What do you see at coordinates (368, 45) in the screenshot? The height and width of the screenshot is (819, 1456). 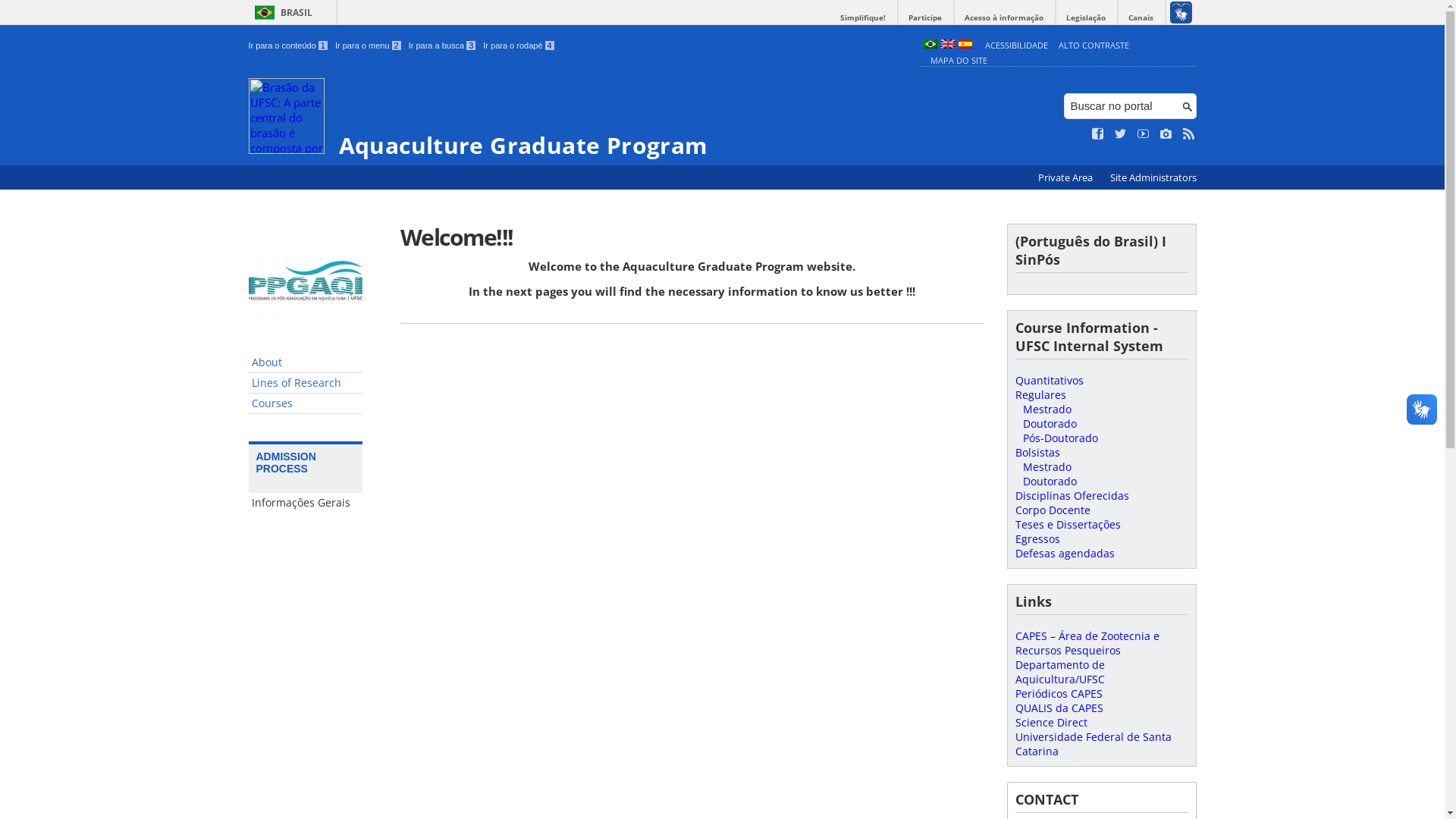 I see `'Ir para o menu 2'` at bounding box center [368, 45].